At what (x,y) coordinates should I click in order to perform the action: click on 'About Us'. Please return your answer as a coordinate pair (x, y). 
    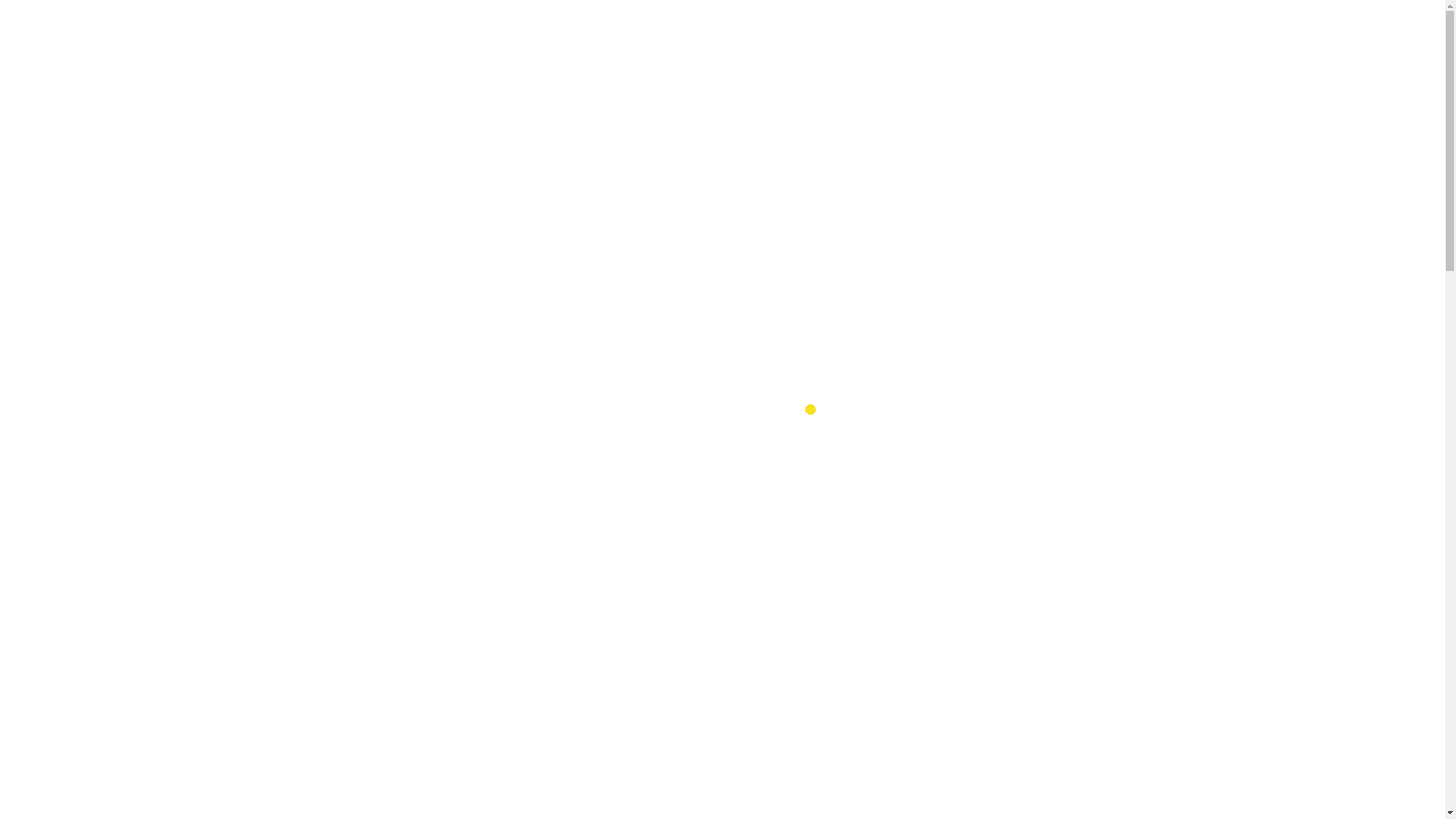
    Looking at the image, I should click on (723, 33).